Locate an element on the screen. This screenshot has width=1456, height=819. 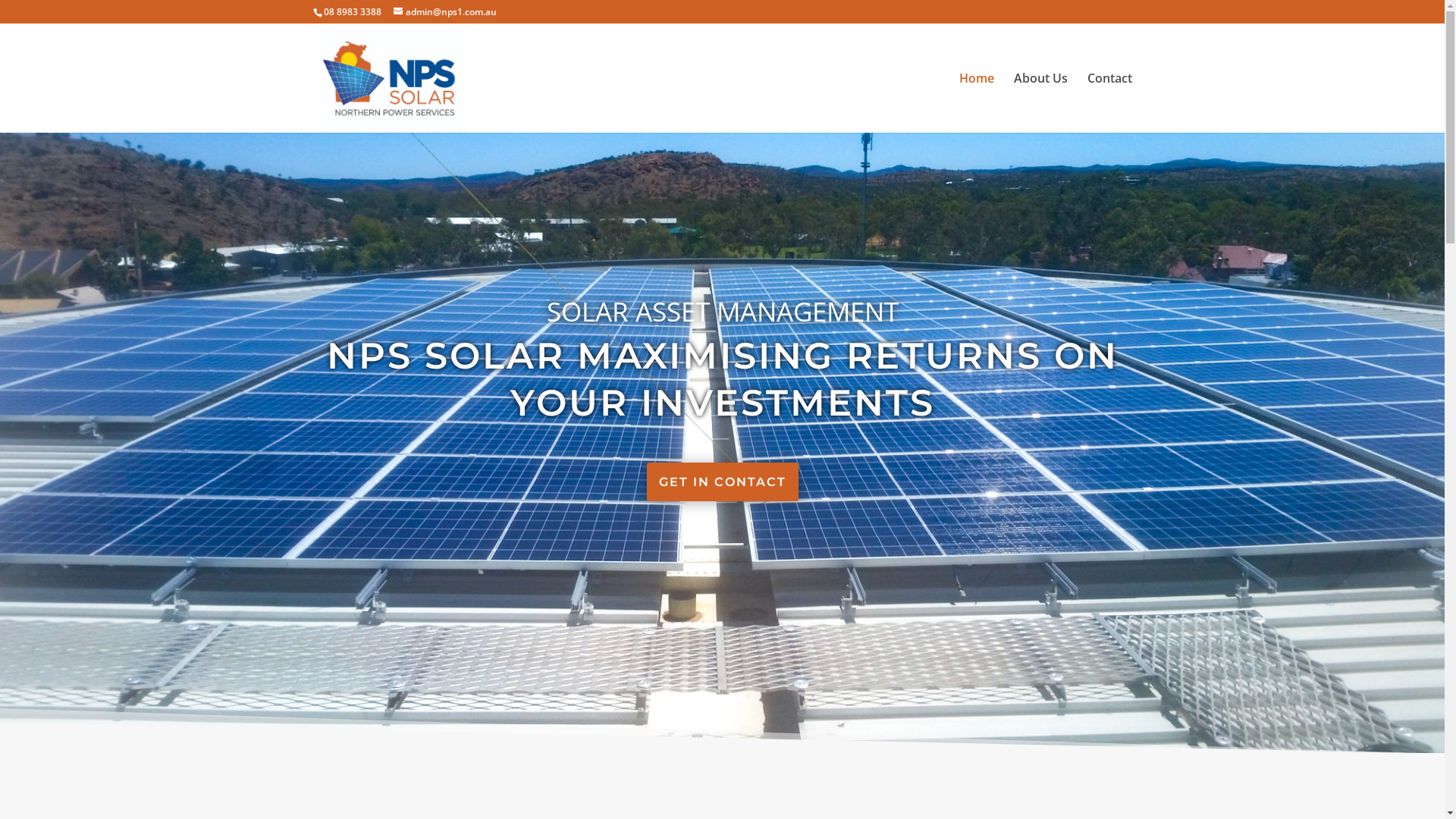
'admin@nps1.com.au' is located at coordinates (443, 11).